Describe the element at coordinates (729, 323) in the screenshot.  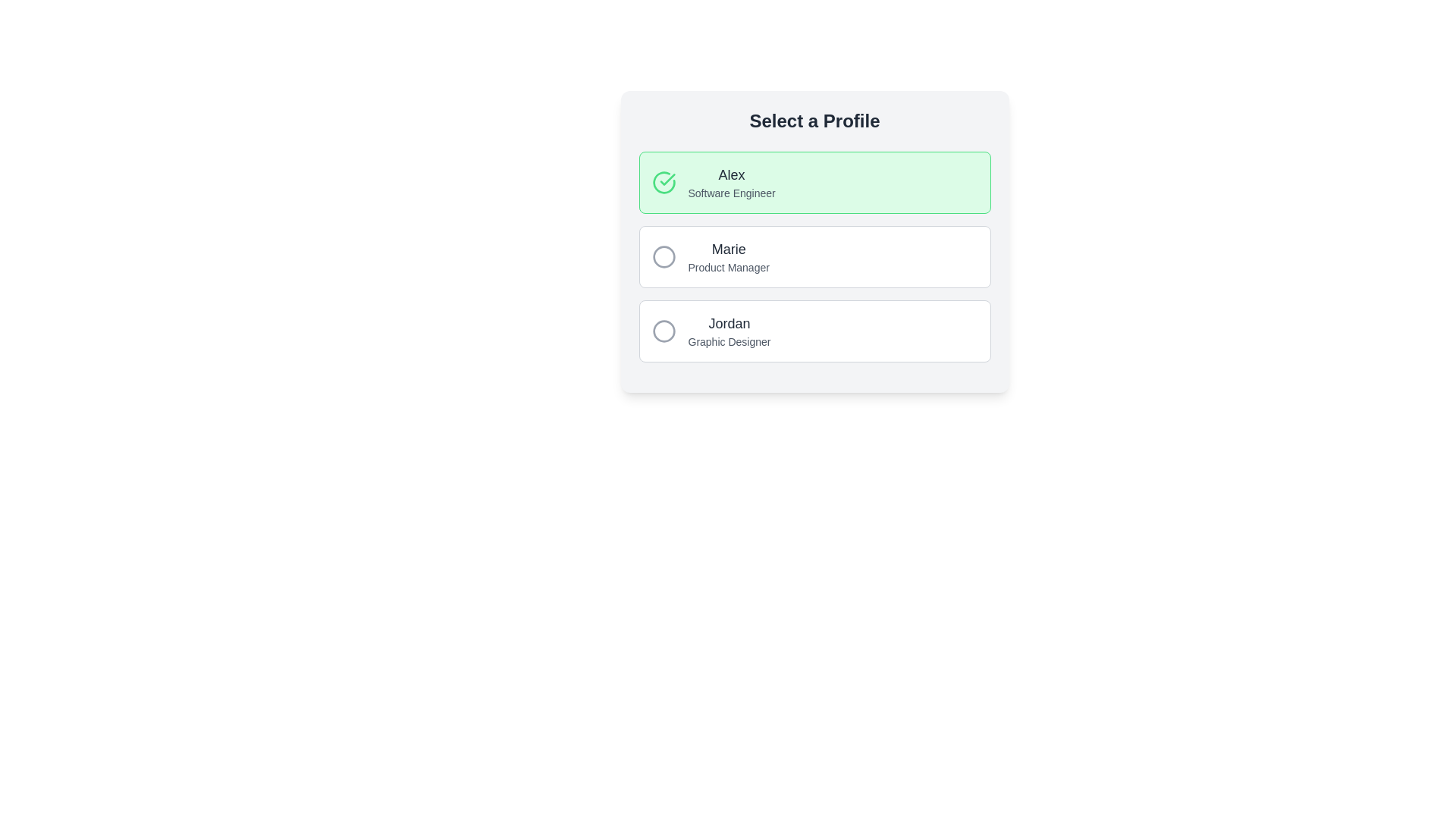
I see `the text label displaying 'Jordan', which is prominently positioned in a gray-black bold font at the center of its list panel` at that location.